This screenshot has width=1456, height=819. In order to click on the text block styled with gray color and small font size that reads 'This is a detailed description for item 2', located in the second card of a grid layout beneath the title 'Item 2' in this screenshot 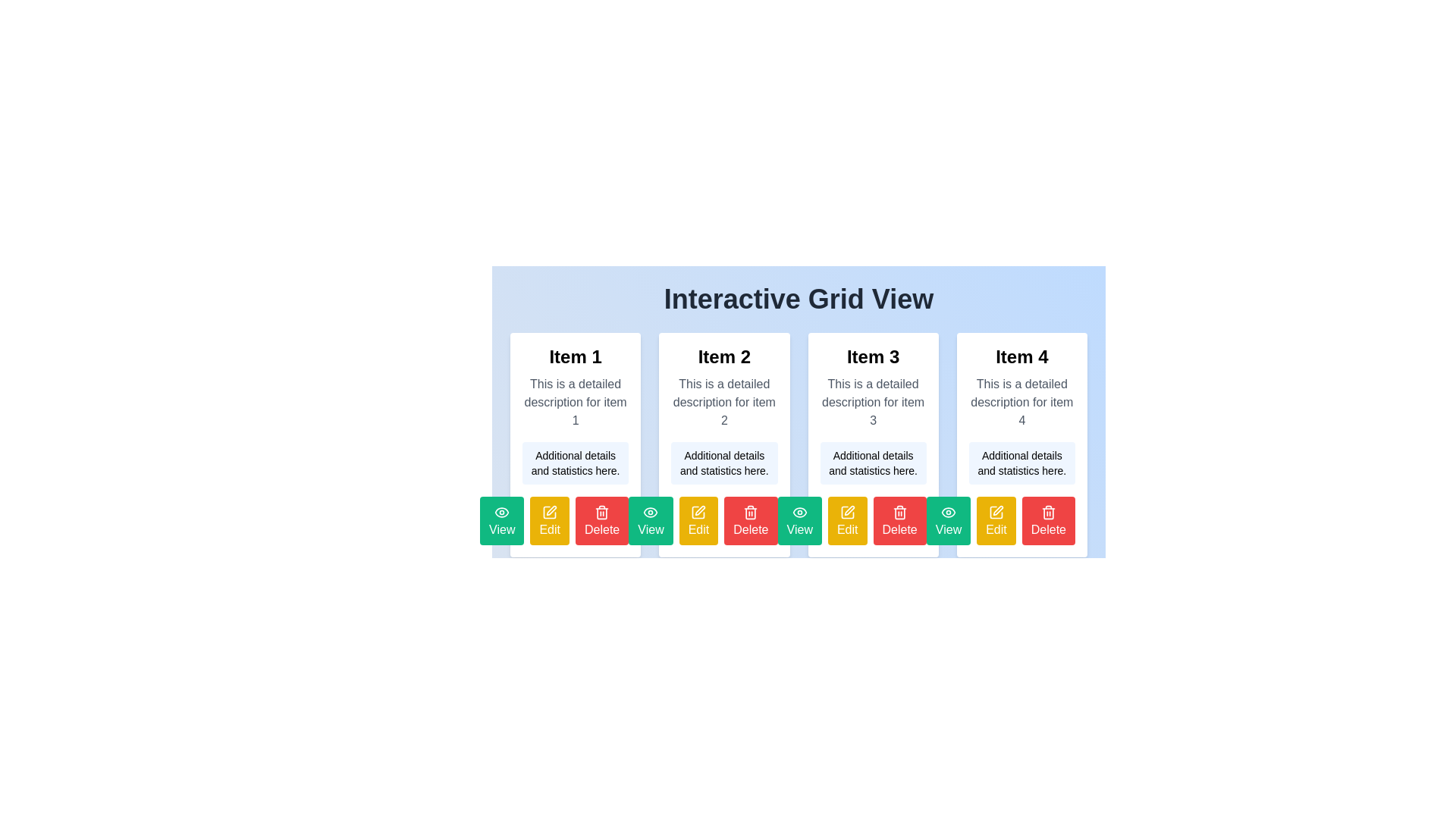, I will do `click(723, 402)`.